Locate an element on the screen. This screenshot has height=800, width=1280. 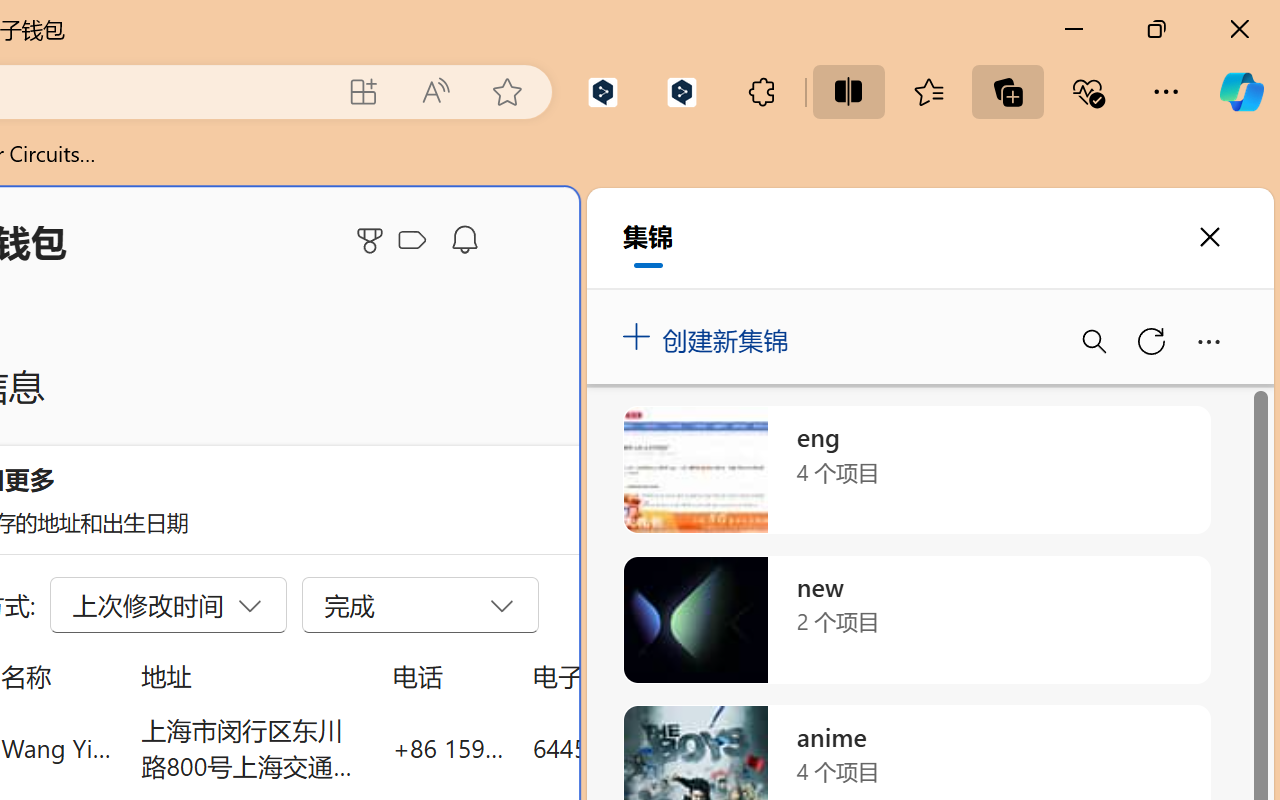
'Copilot (Ctrl+Shift+.)' is located at coordinates (1240, 91).